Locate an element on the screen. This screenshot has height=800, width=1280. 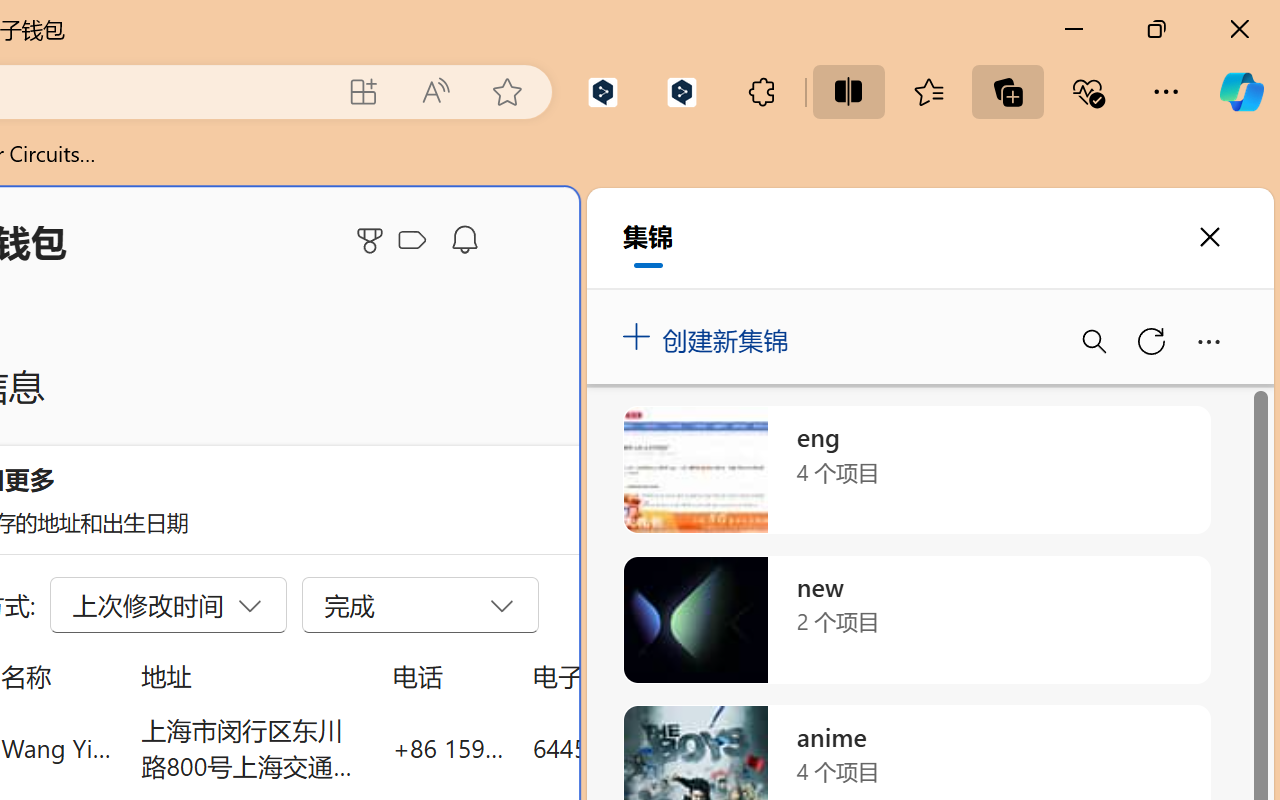
'Copilot (Ctrl+Shift+.)' is located at coordinates (1240, 91).